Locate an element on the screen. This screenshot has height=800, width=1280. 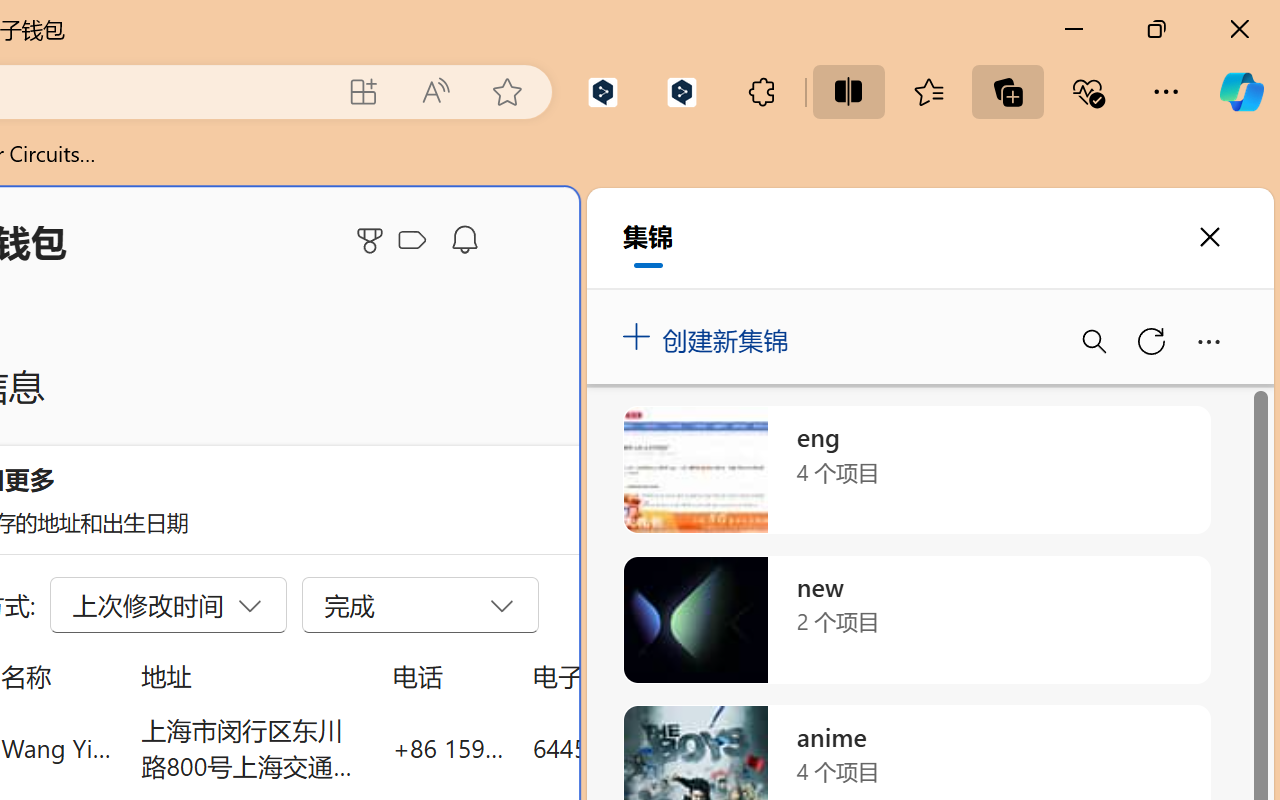
'Copilot (Ctrl+Shift+.)' is located at coordinates (1240, 91).